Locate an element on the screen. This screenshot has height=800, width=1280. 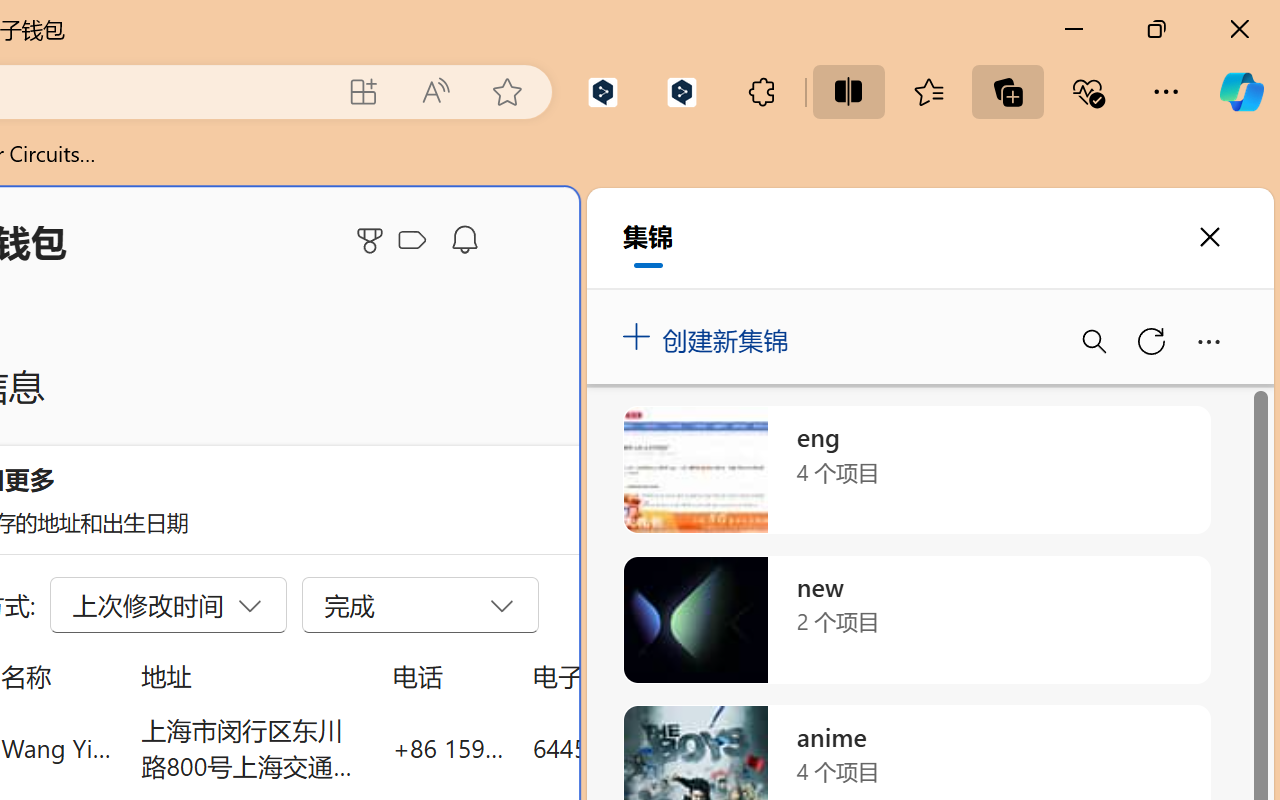
'Copilot (Ctrl+Shift+.)' is located at coordinates (1240, 91).